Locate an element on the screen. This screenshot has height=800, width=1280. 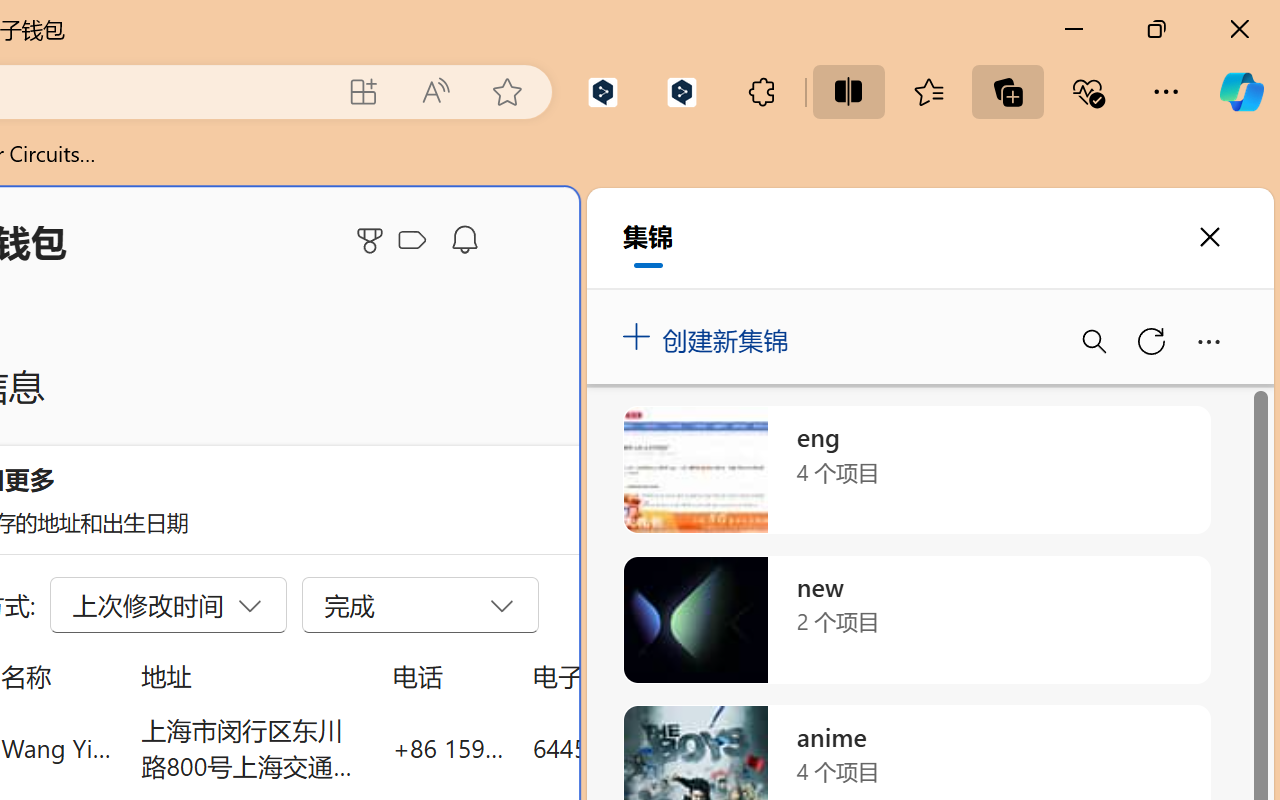
'Copilot (Ctrl+Shift+.)' is located at coordinates (1240, 91).